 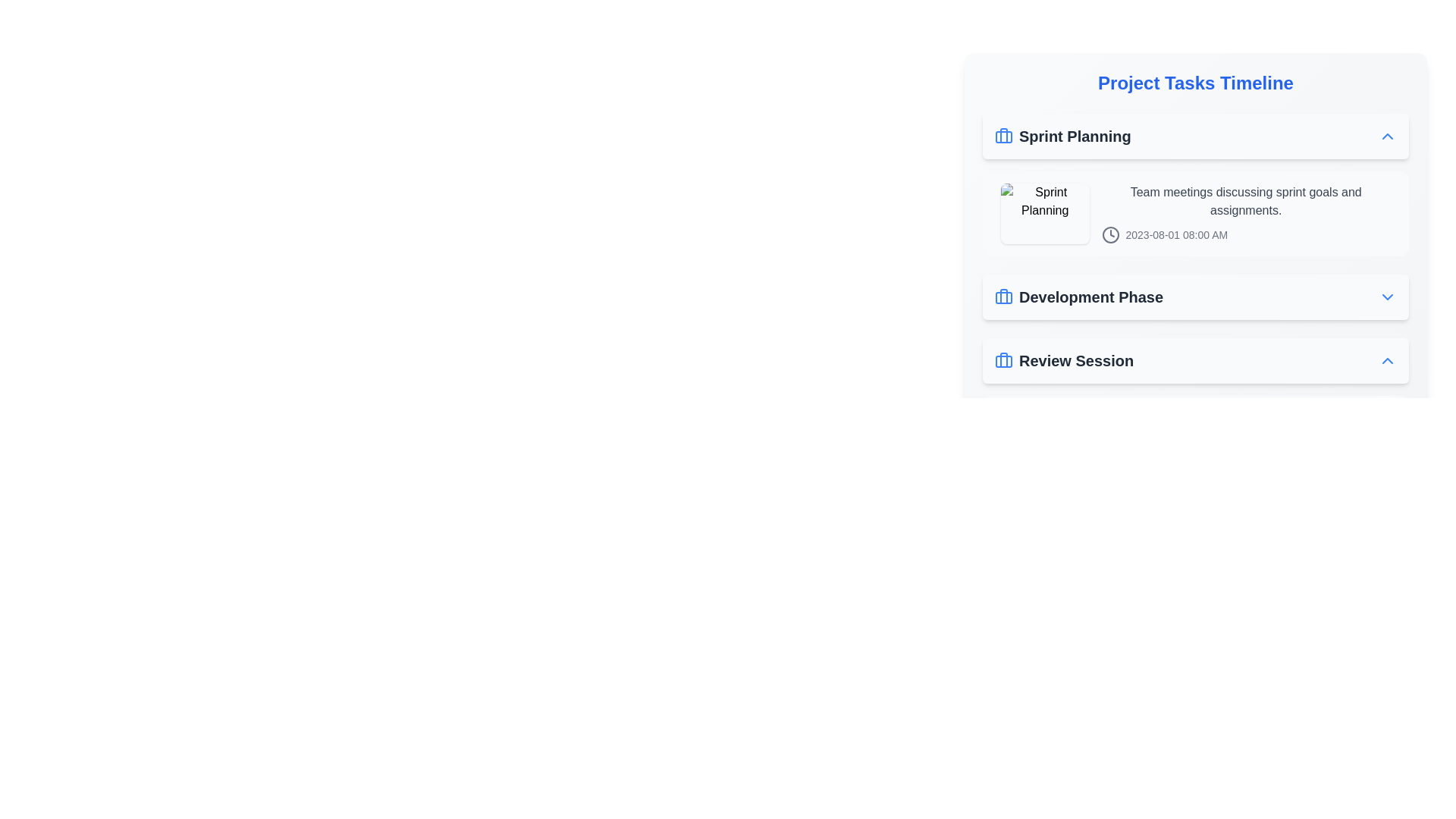 What do you see at coordinates (1004, 297) in the screenshot?
I see `the Icon indicating the 'Development Phase' section in the 'Project Tasks Timeline', which represents project-related tasks or milestones` at bounding box center [1004, 297].